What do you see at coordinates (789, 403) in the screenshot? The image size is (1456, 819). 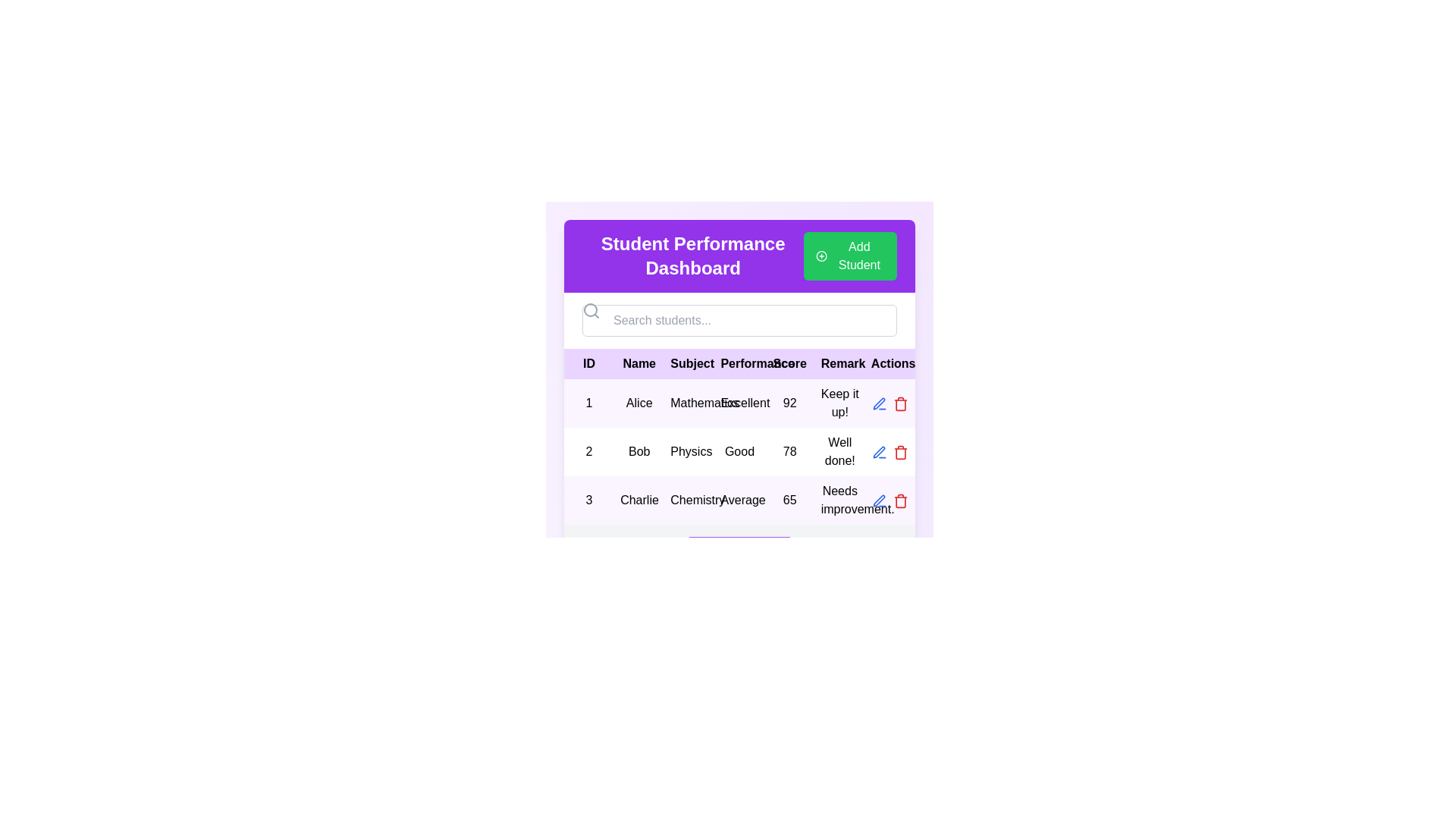 I see `the text display that shows Alice's score of '92' in the 'Score' column, located in the first row of the table` at bounding box center [789, 403].